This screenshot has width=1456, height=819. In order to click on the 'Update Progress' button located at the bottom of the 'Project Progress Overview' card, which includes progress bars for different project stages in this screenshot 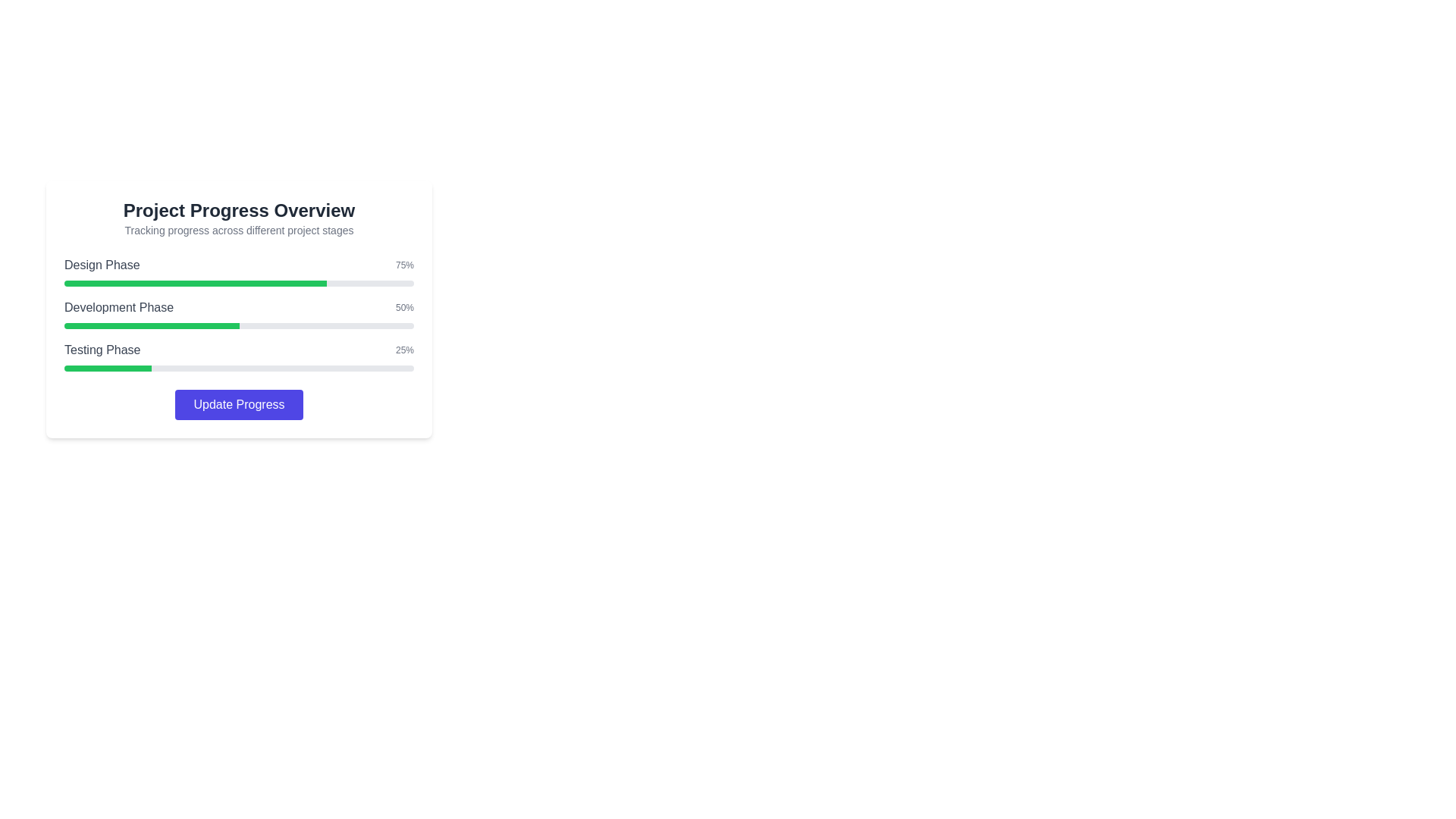, I will do `click(238, 309)`.